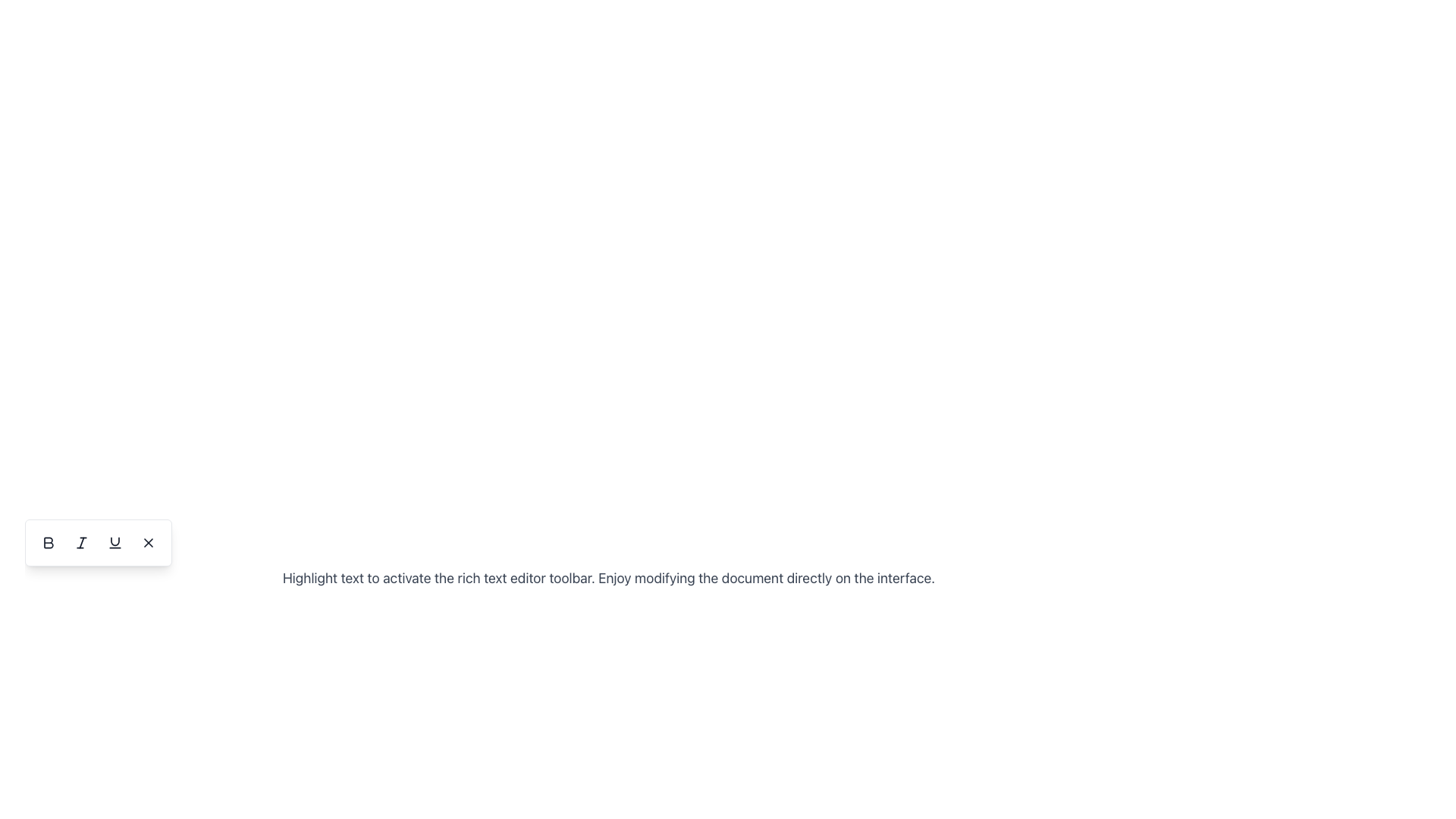  What do you see at coordinates (149, 542) in the screenshot?
I see `the close button located at the top-right of the grouped toolbar` at bounding box center [149, 542].